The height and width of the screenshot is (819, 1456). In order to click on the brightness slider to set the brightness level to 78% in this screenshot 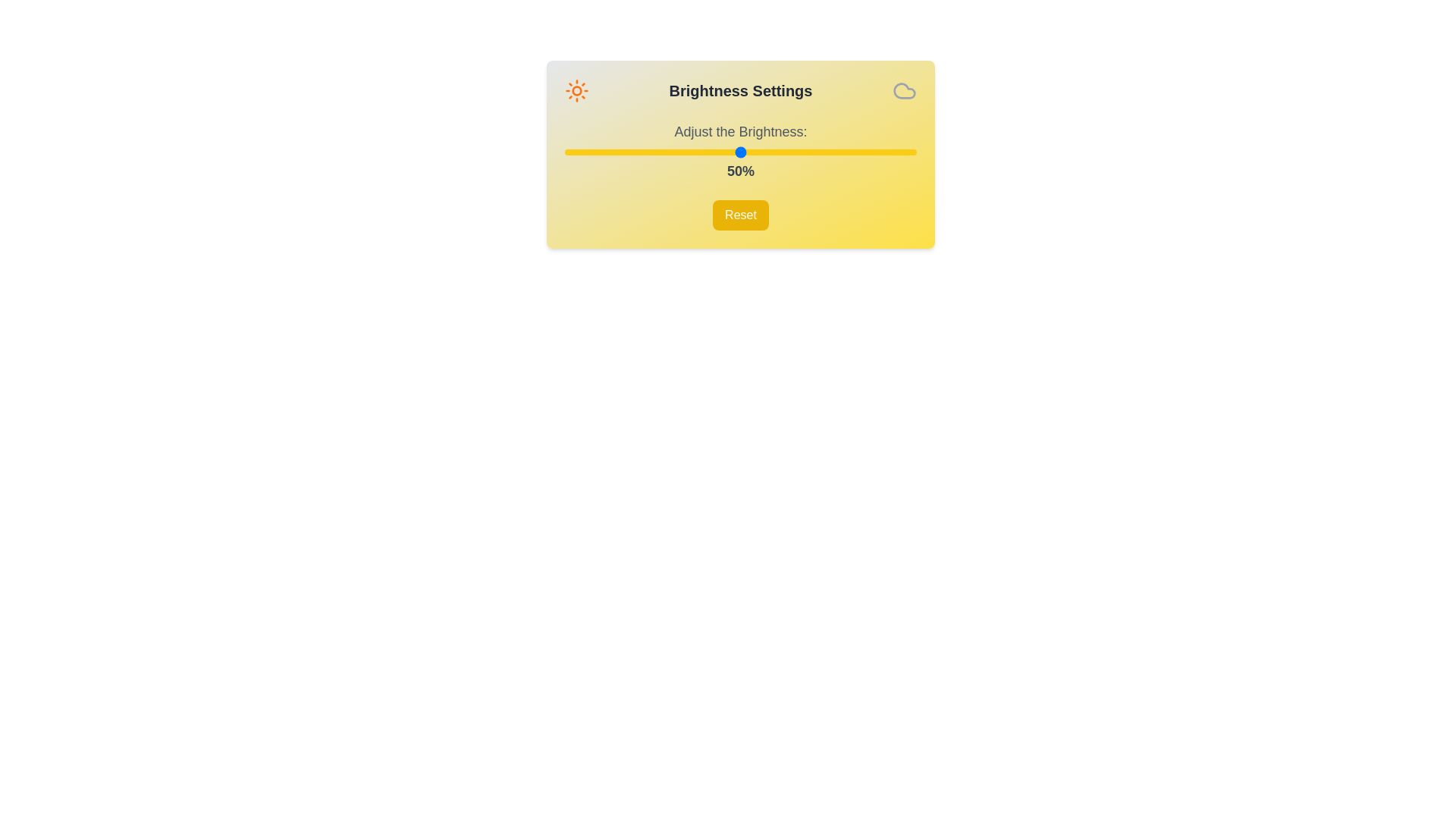, I will do `click(838, 152)`.